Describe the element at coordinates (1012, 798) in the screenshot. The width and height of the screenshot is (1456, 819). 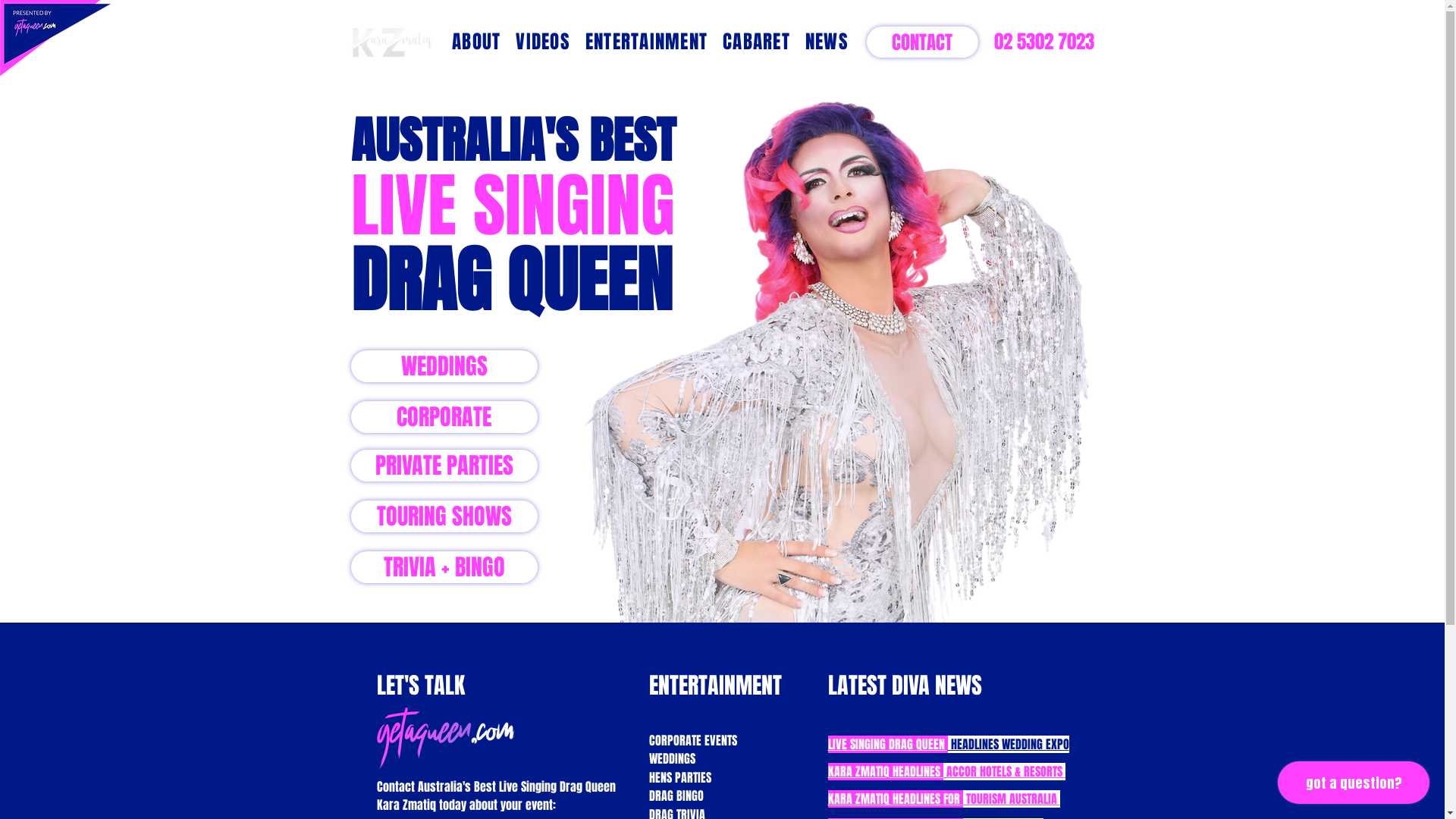
I see `' TOURISM AUSTRALIA '` at that location.